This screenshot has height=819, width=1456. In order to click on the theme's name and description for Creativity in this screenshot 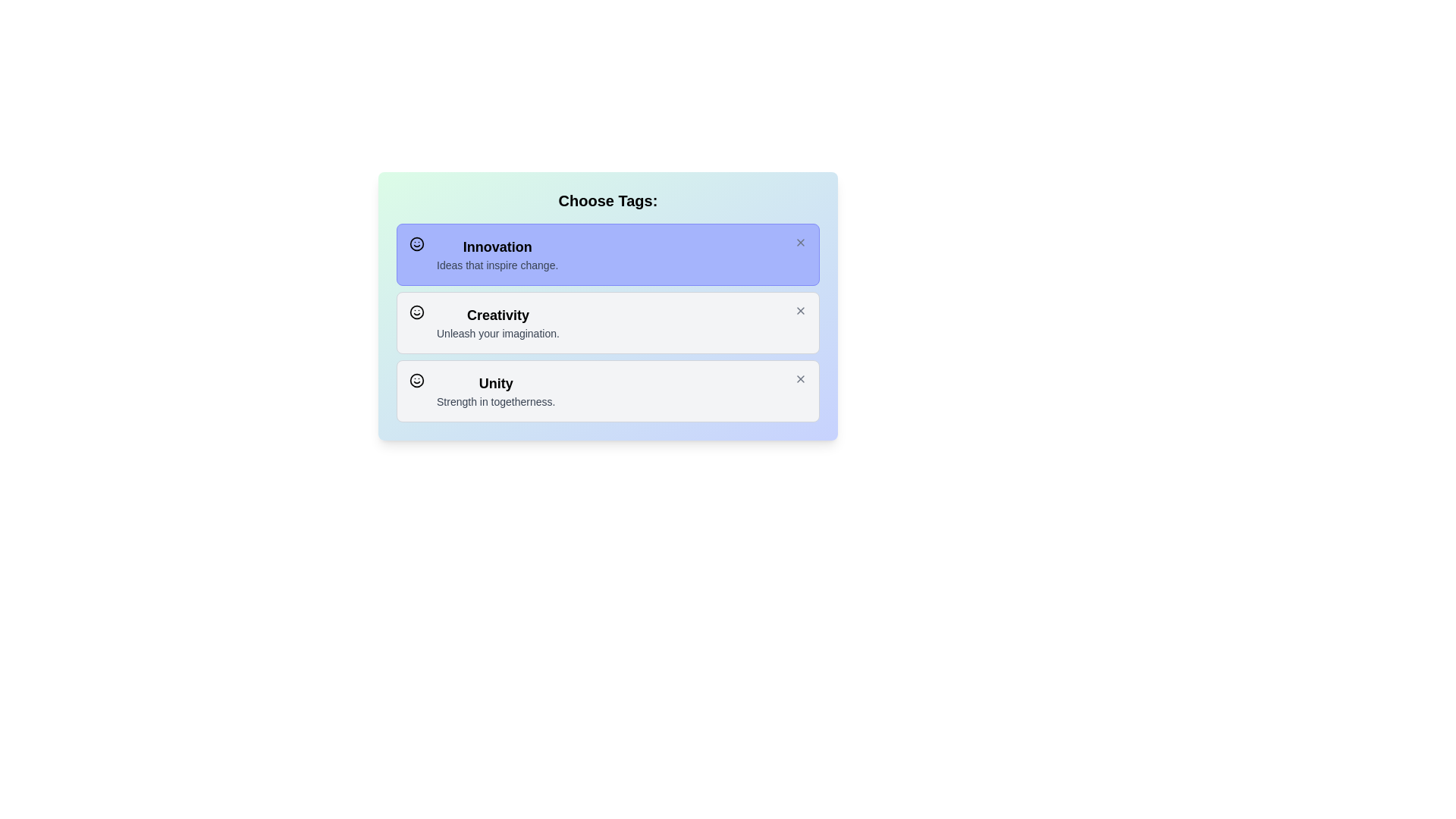, I will do `click(492, 322)`.